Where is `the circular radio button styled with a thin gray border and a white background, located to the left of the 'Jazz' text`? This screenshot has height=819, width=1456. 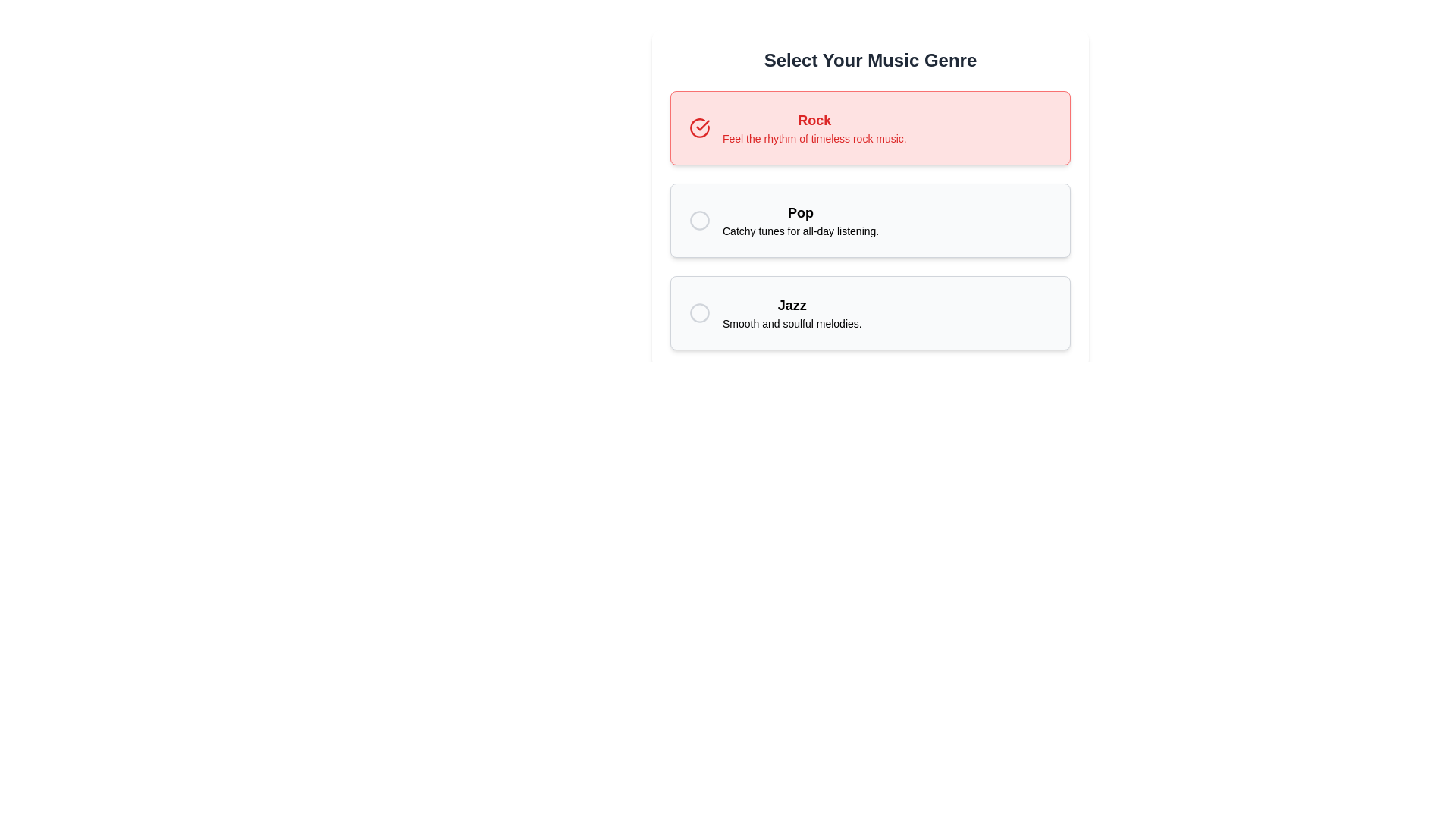 the circular radio button styled with a thin gray border and a white background, located to the left of the 'Jazz' text is located at coordinates (698, 312).